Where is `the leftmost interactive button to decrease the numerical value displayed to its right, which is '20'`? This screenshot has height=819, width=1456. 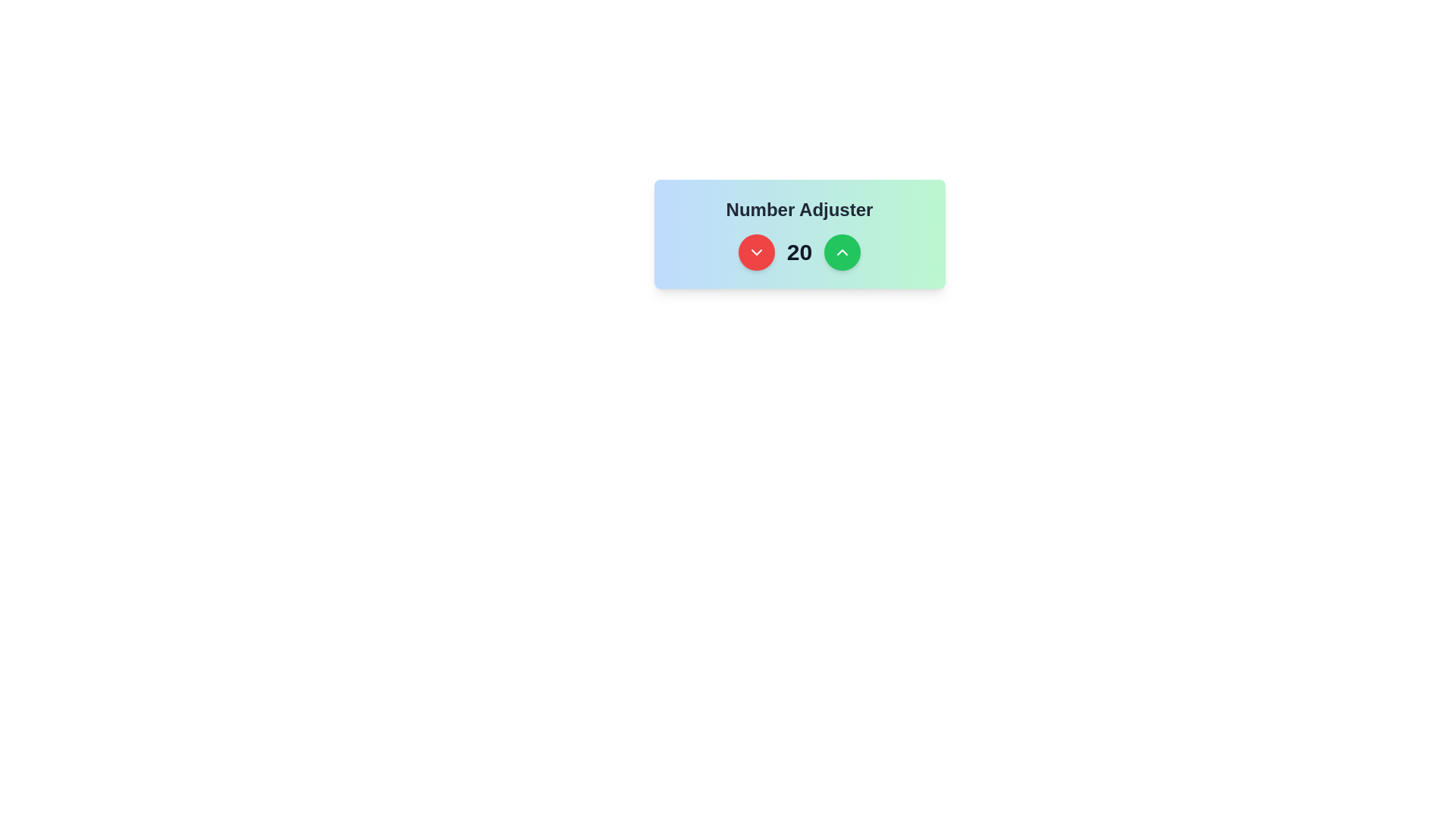
the leftmost interactive button to decrease the numerical value displayed to its right, which is '20' is located at coordinates (756, 251).